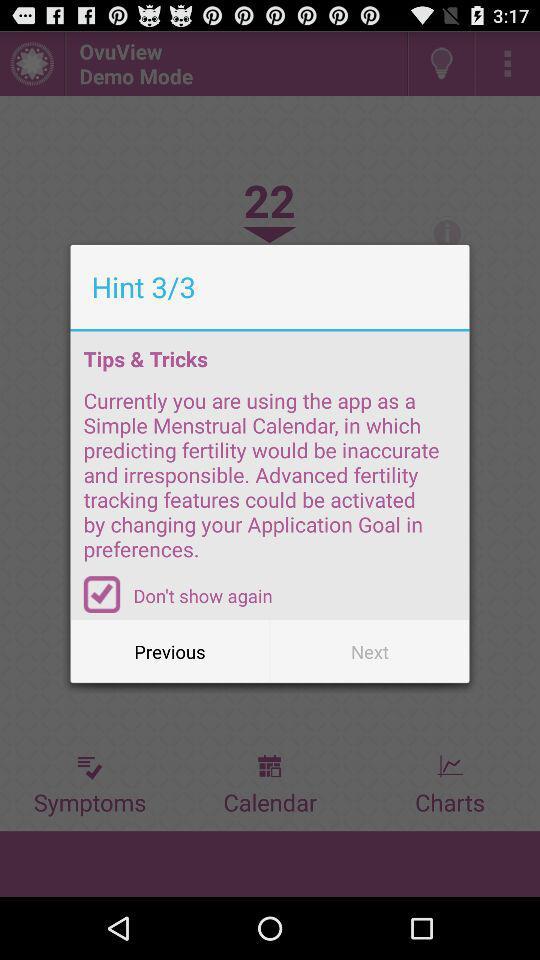 The height and width of the screenshot is (960, 540). I want to click on the button to the left of the next icon, so click(170, 650).